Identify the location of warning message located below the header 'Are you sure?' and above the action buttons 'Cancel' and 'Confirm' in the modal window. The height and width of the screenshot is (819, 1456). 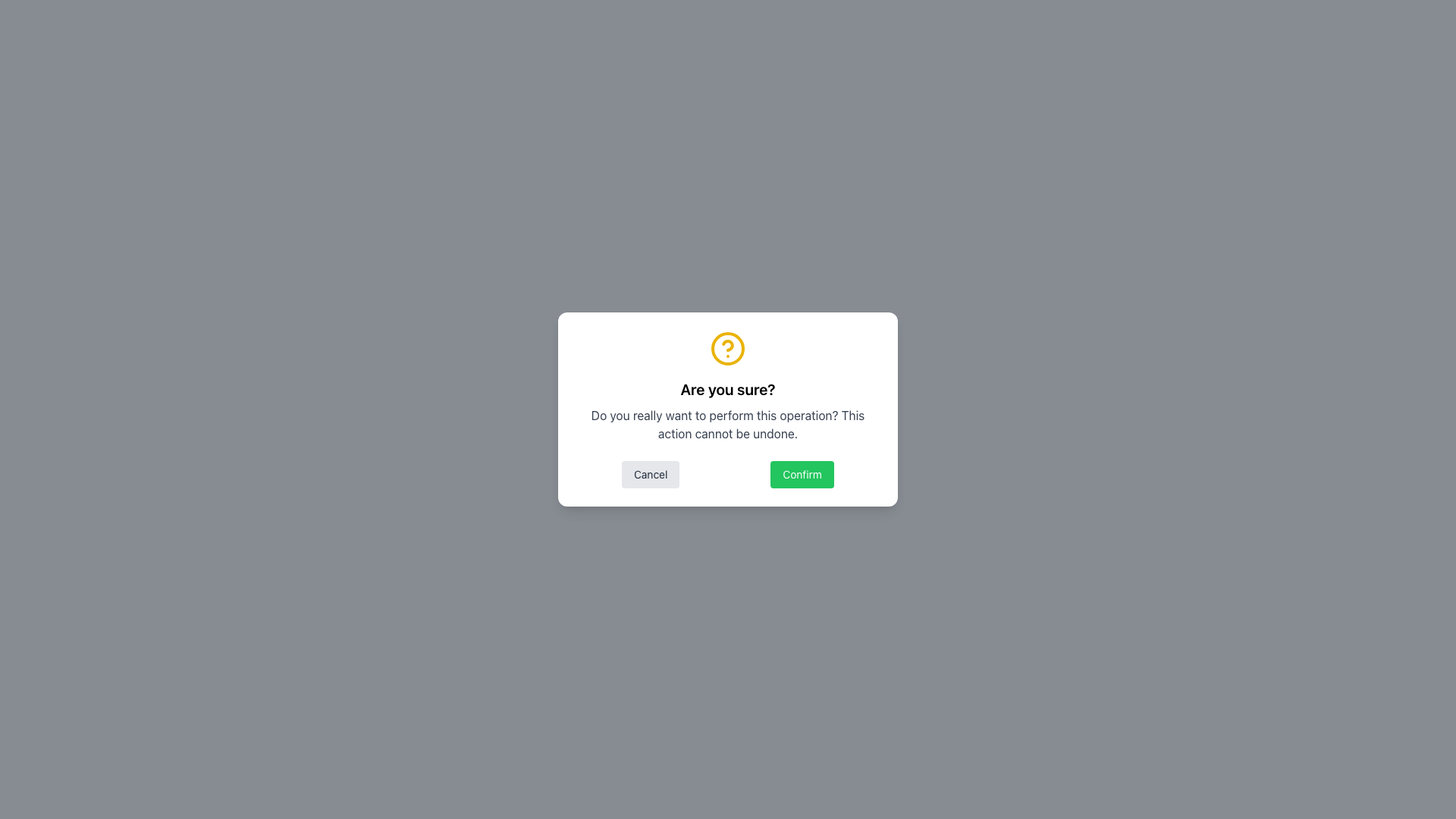
(728, 424).